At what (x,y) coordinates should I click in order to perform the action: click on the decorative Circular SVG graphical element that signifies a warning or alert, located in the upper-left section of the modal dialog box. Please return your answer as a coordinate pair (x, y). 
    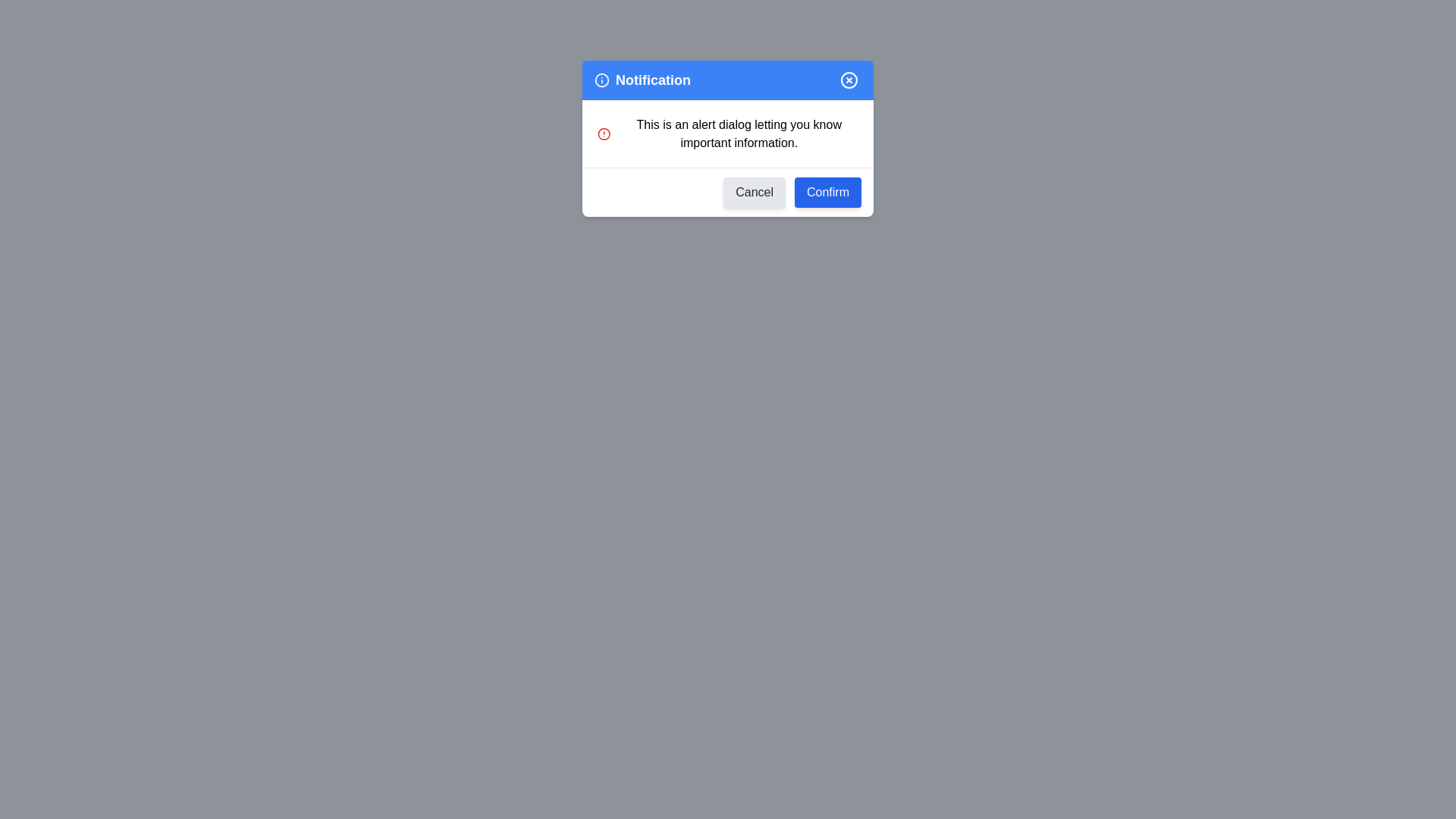
    Looking at the image, I should click on (603, 133).